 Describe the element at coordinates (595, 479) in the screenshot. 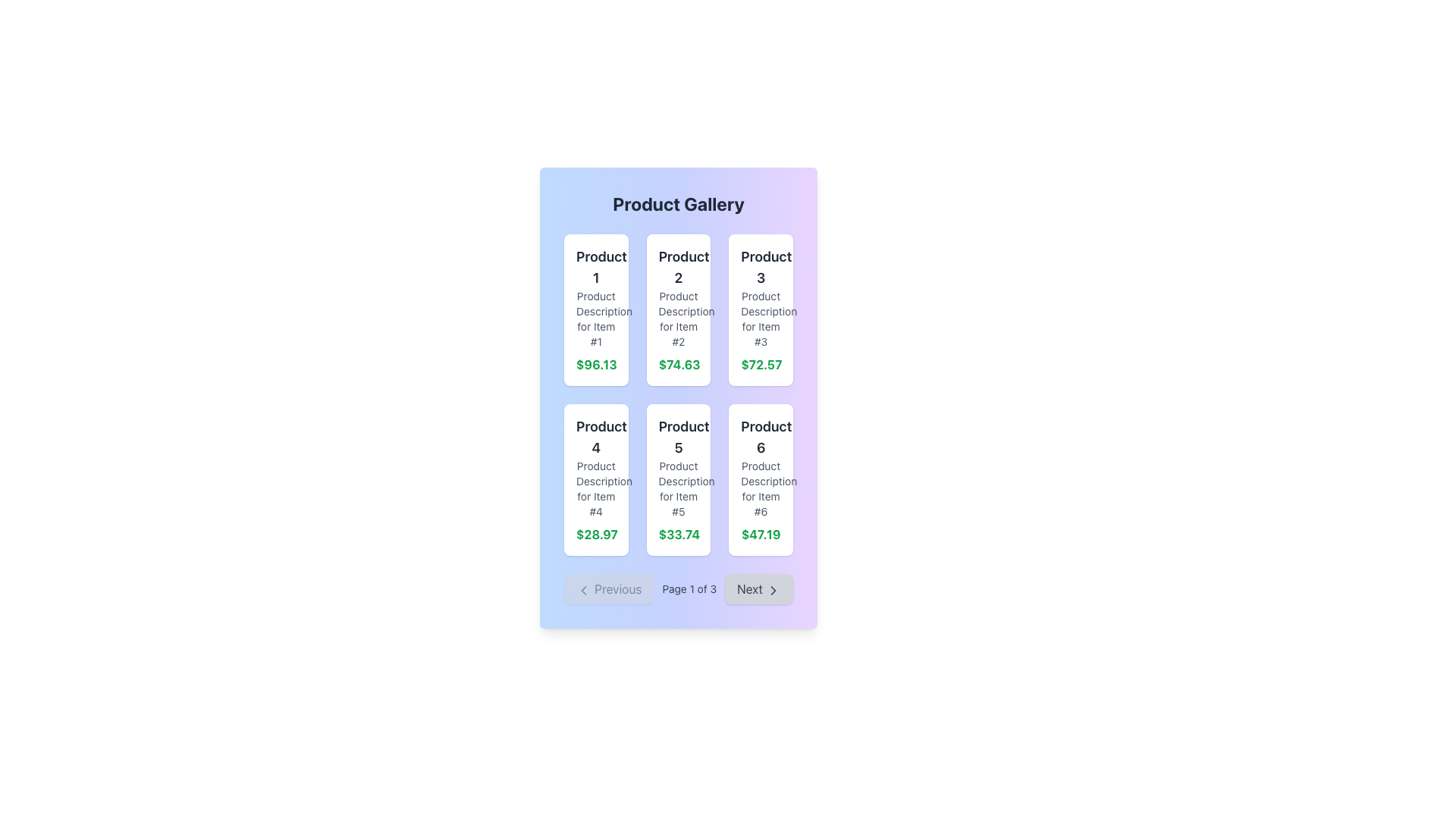

I see `details of the product from the text block containing information about 'Product 4', located in the second row, first column of the product gallery grid` at that location.